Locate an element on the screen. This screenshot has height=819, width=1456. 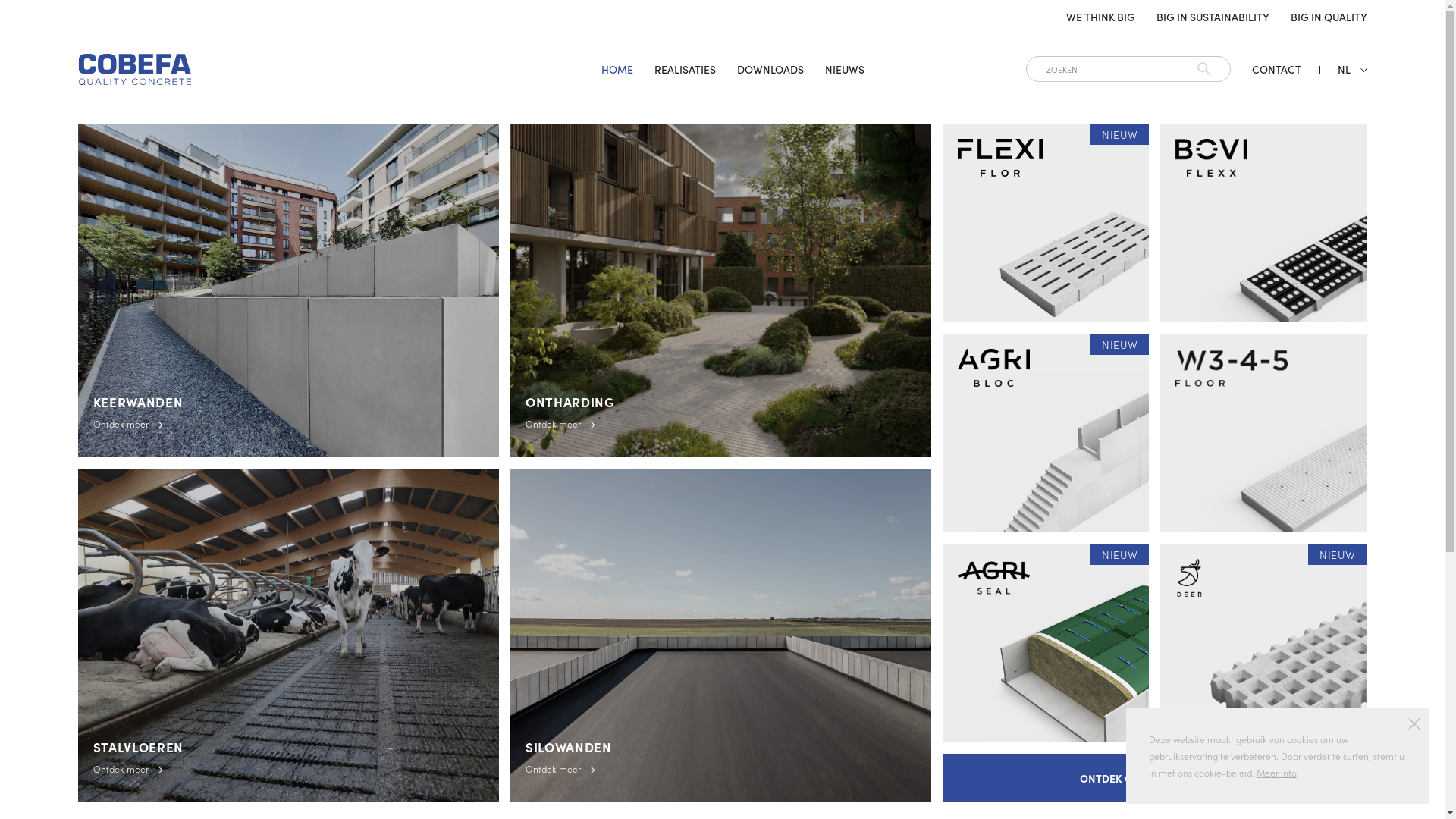
'REALISATIES' is located at coordinates (684, 69).